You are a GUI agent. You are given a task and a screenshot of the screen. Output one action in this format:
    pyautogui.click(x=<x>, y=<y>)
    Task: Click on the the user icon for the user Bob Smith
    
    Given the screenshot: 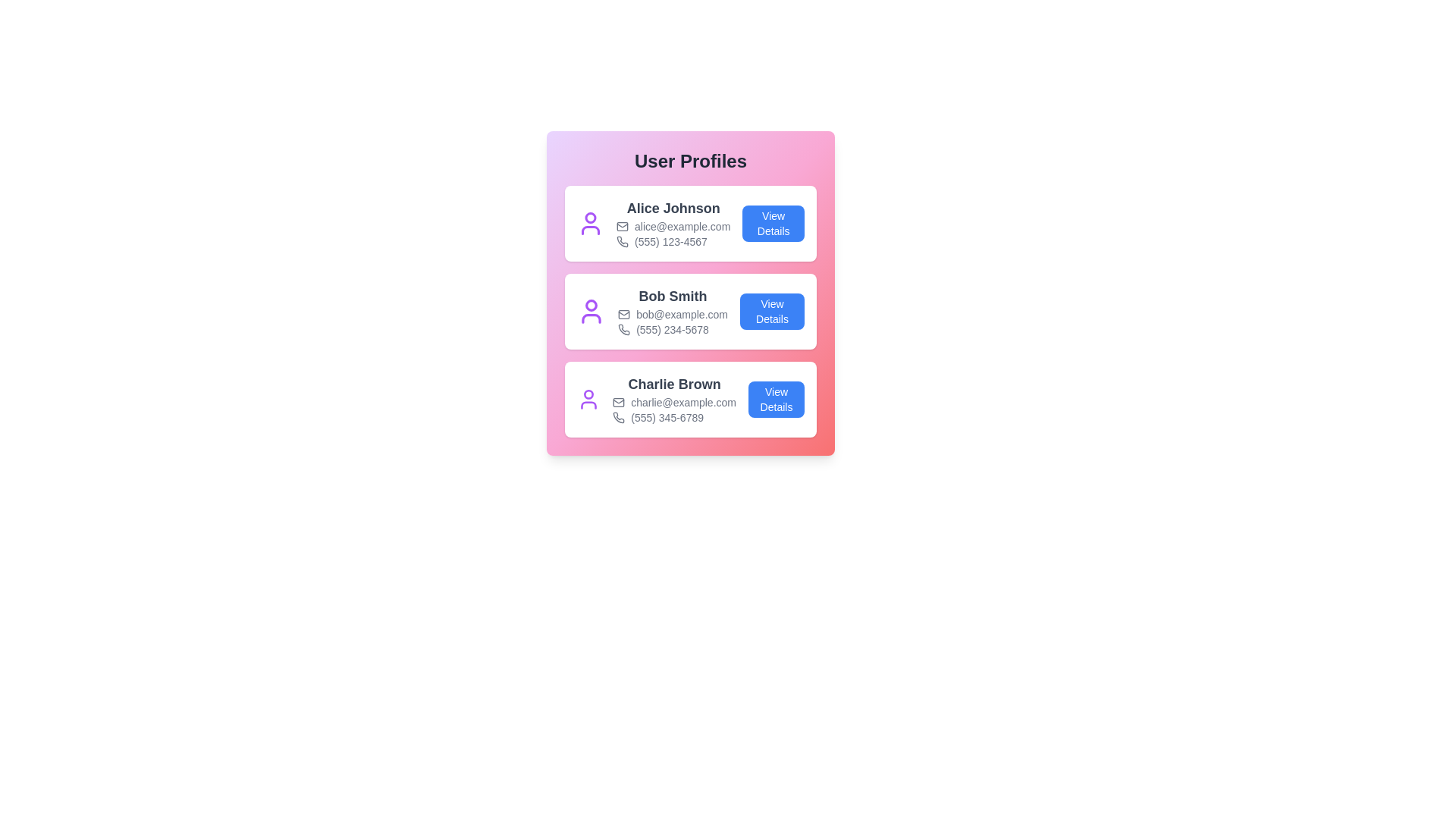 What is the action you would take?
    pyautogui.click(x=590, y=311)
    